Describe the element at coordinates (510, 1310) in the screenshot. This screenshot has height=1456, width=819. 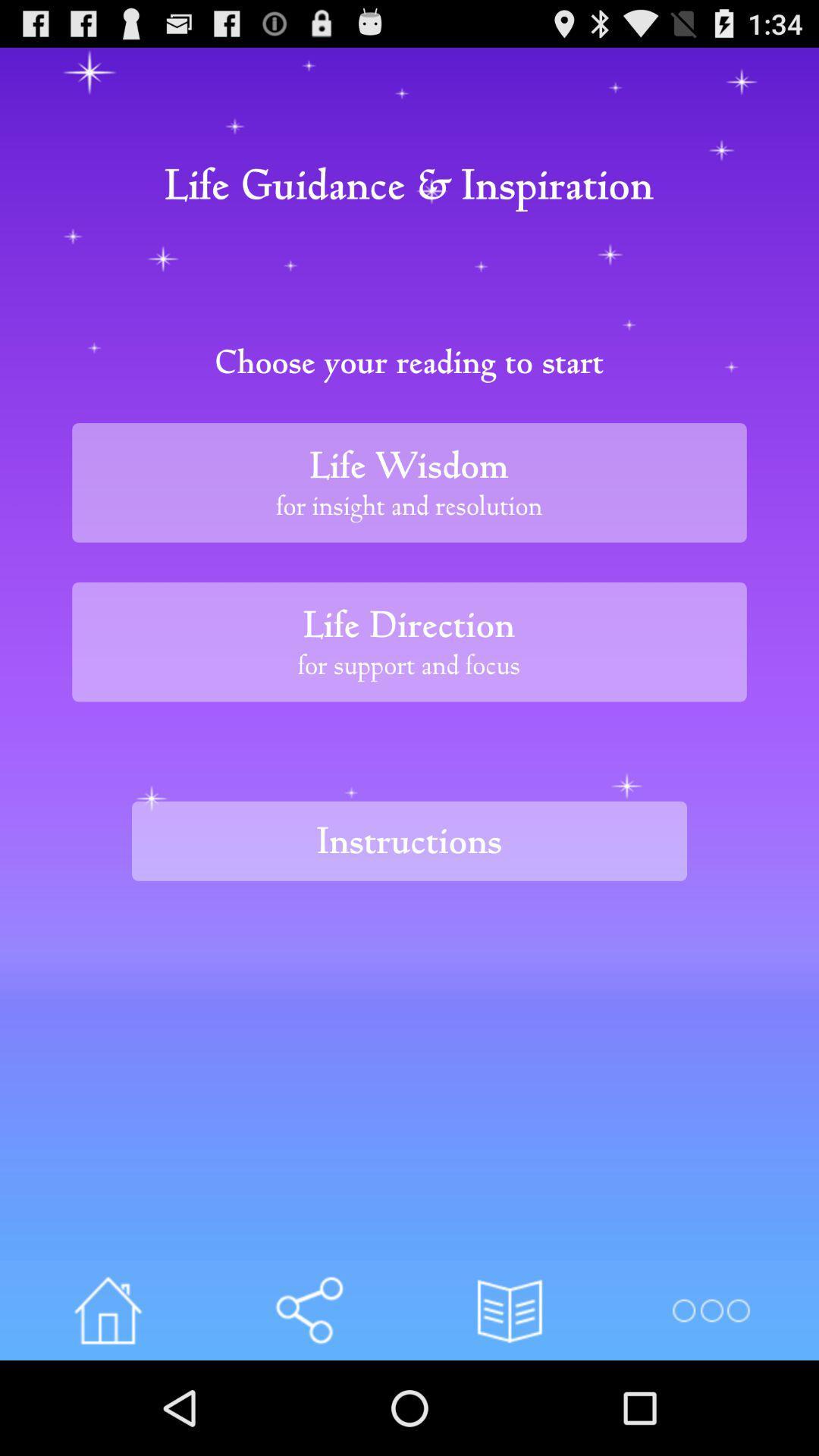
I see `the button below the instructions item` at that location.